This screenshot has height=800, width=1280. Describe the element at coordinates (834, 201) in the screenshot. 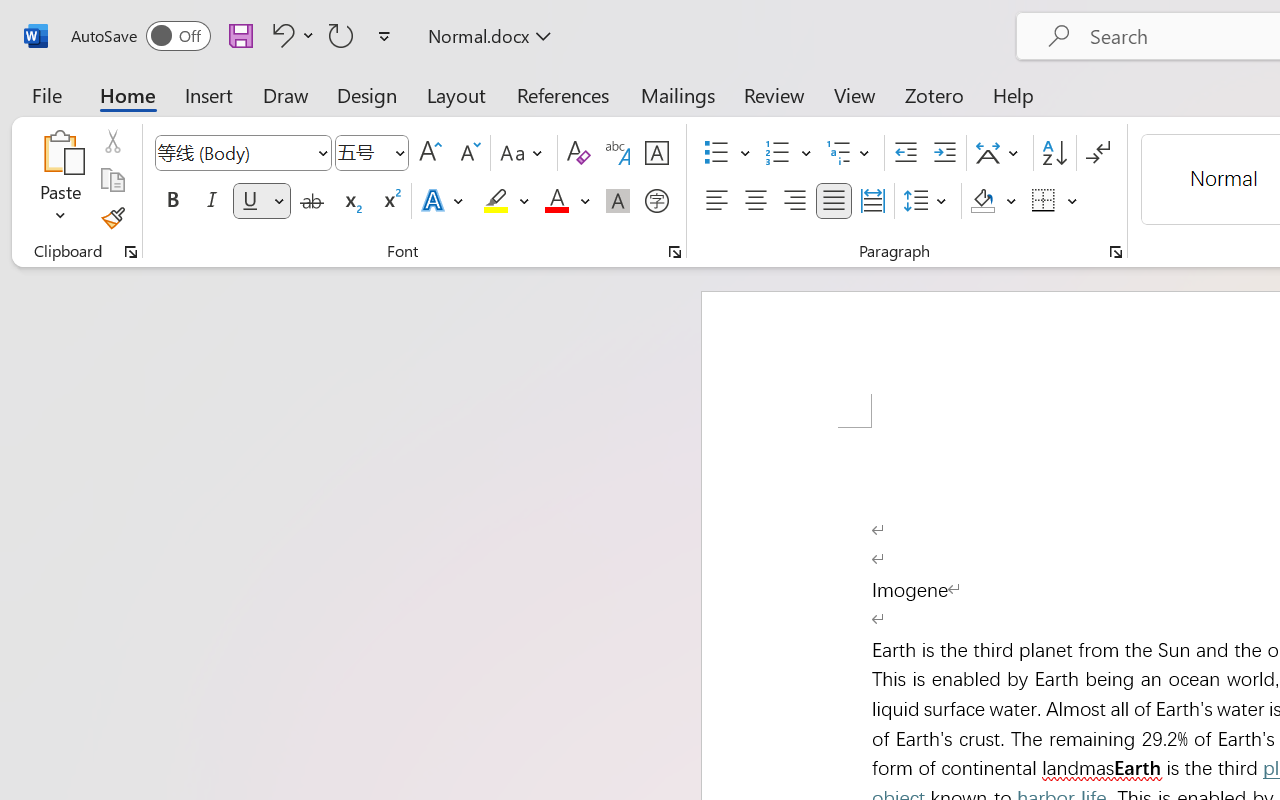

I see `'Justify'` at that location.